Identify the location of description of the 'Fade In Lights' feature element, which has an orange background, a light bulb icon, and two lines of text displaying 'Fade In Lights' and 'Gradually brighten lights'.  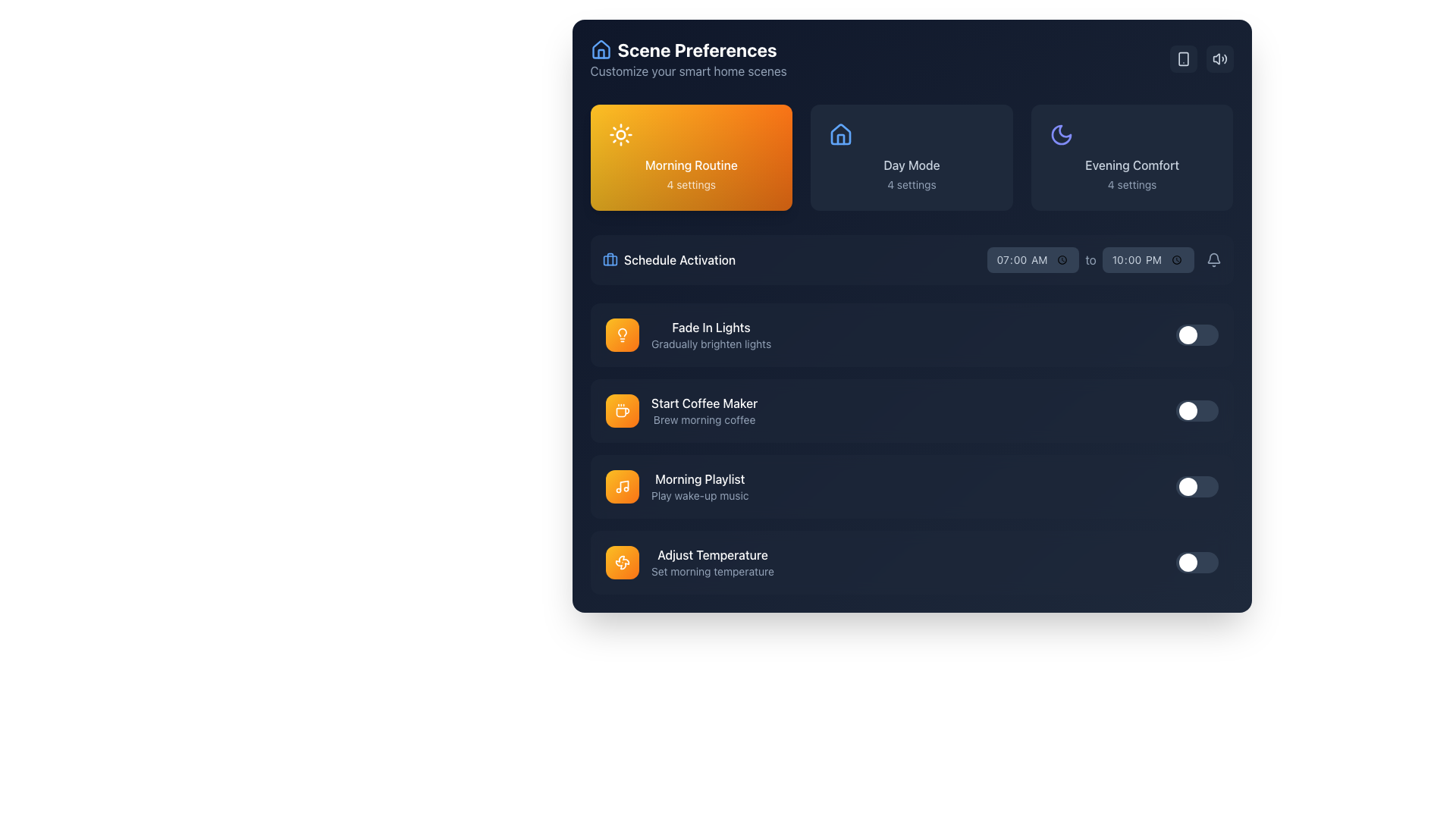
(687, 334).